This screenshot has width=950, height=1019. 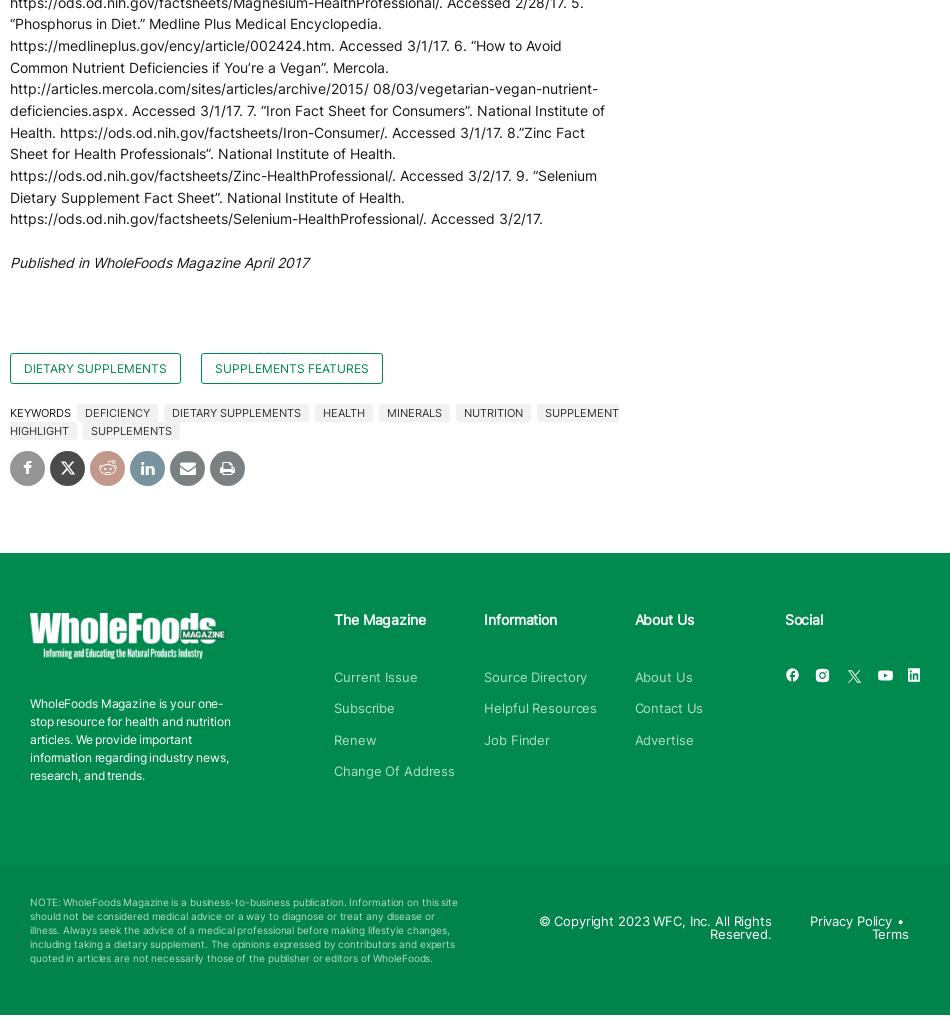 What do you see at coordinates (493, 412) in the screenshot?
I see `'nutrition'` at bounding box center [493, 412].